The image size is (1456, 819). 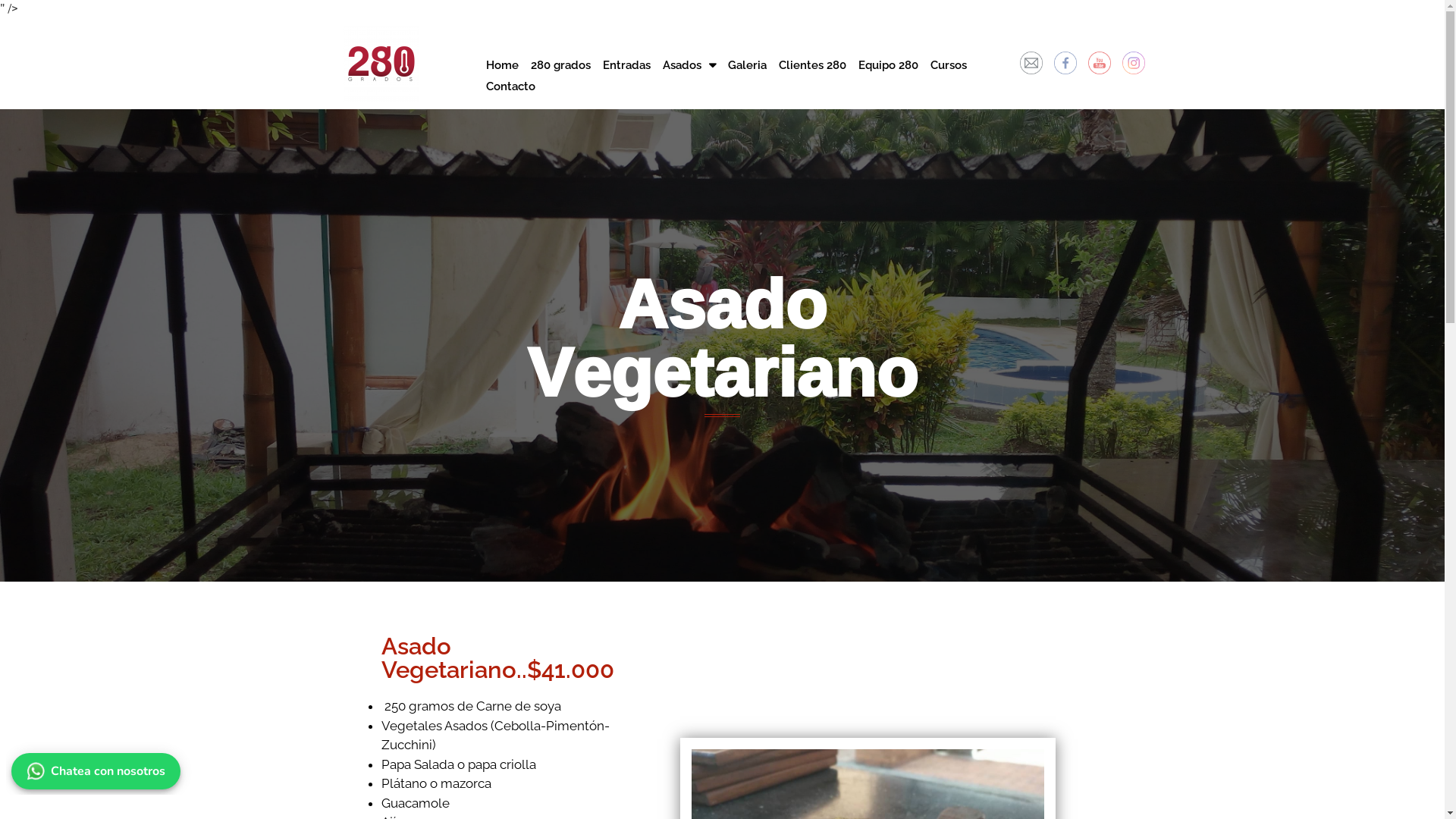 I want to click on 'Instagram', so click(x=1122, y=62).